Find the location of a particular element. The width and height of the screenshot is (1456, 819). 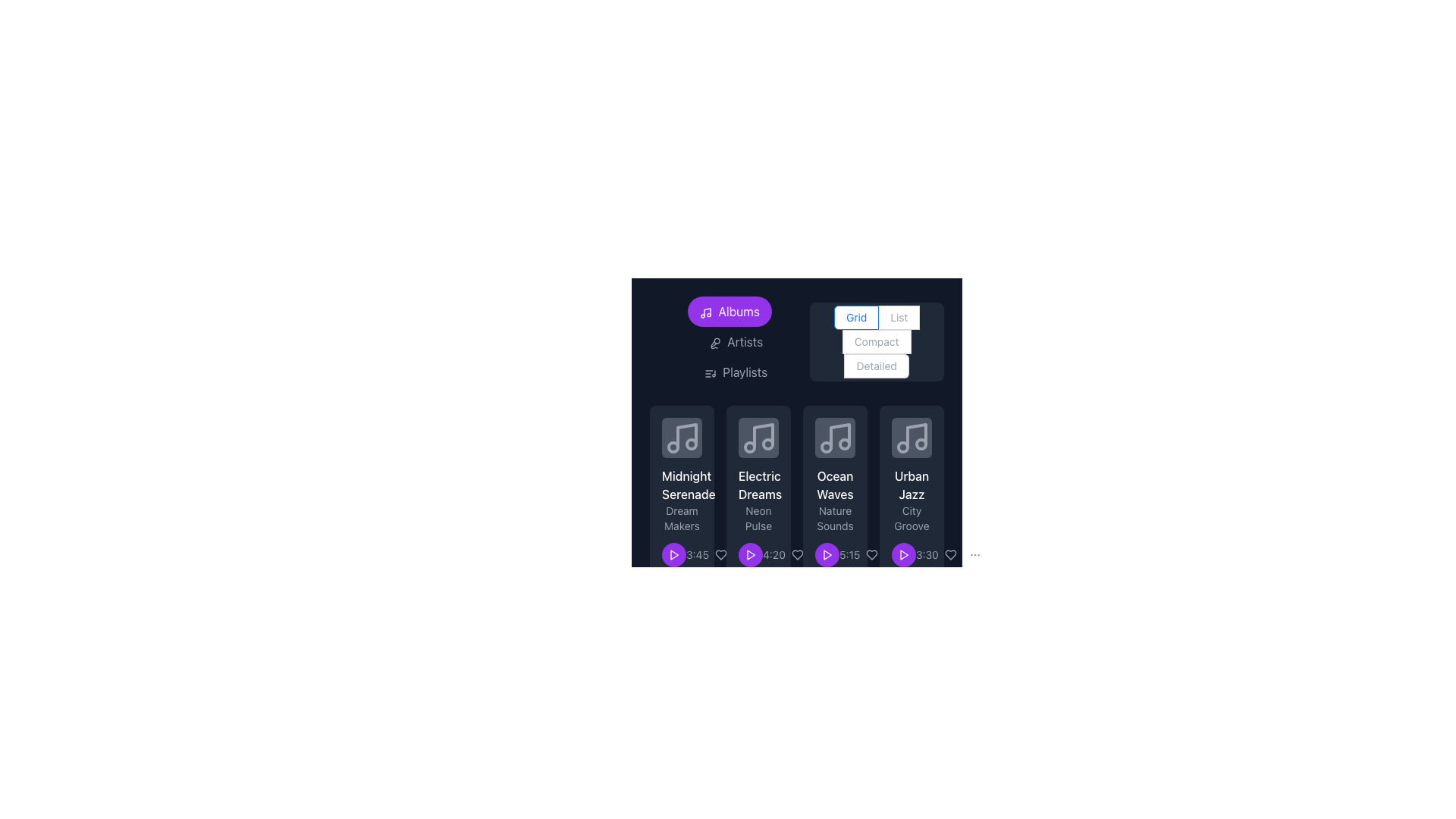

the navigation button located at the central top-left area of the main navigation bar is located at coordinates (730, 342).